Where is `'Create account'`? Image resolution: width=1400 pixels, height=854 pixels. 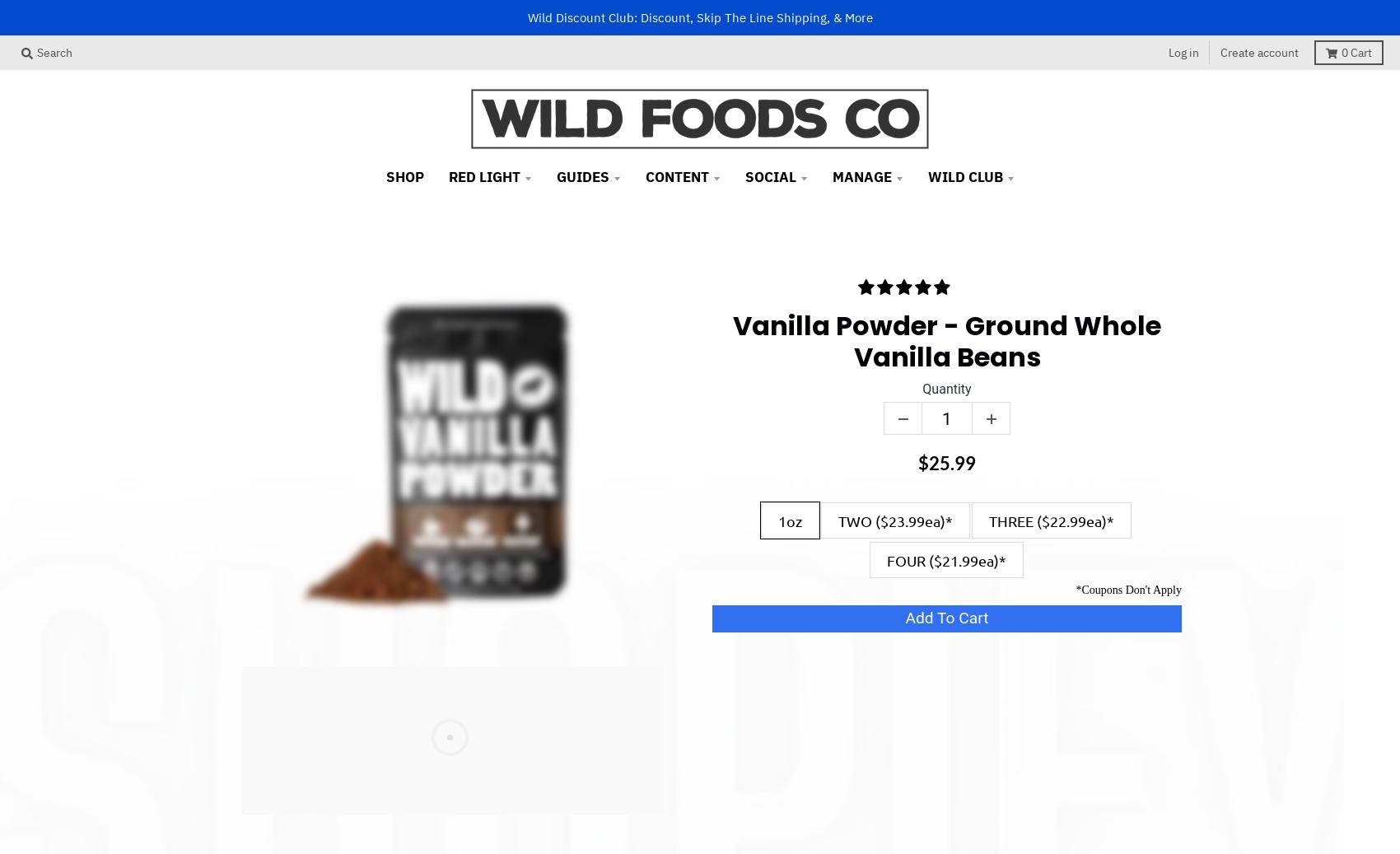
'Create account' is located at coordinates (1259, 50).